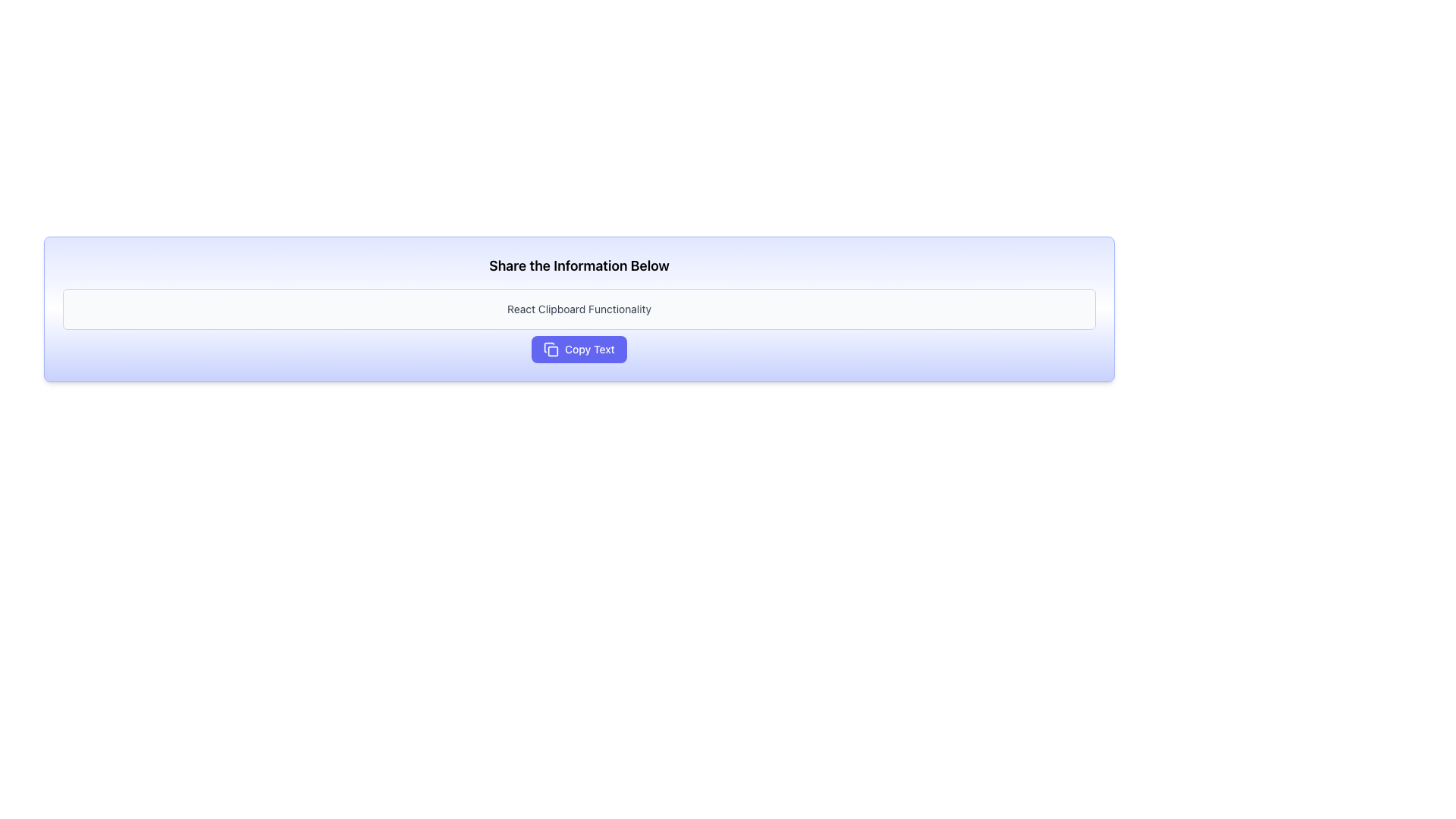 The height and width of the screenshot is (819, 1456). What do you see at coordinates (551, 350) in the screenshot?
I see `the 'Copy' icon located inside the 'Copy Text' button at the bottom center of the interface, specifically to the left of the text input box` at bounding box center [551, 350].